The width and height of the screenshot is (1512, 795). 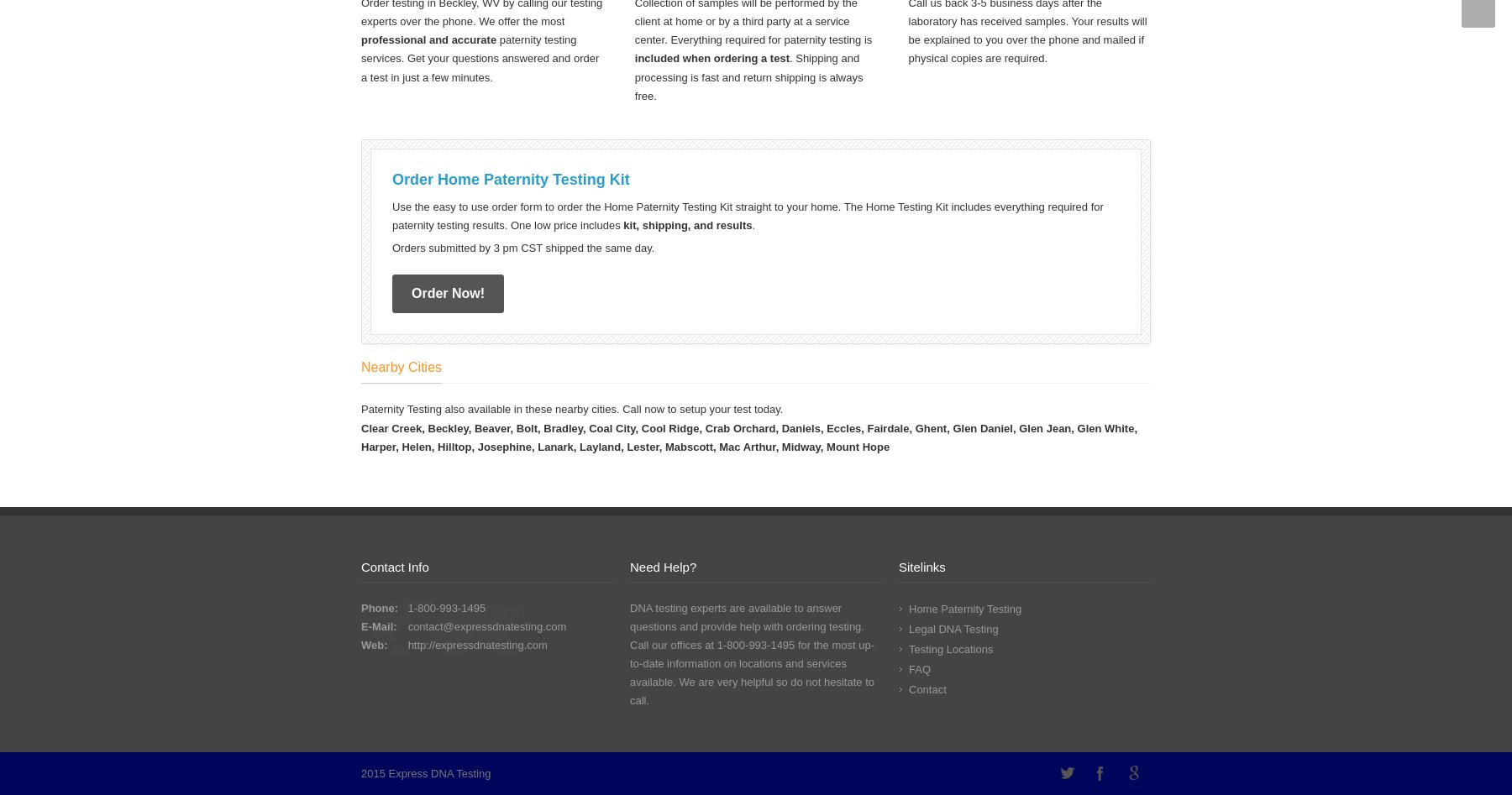 What do you see at coordinates (378, 625) in the screenshot?
I see `'E-Mail:'` at bounding box center [378, 625].